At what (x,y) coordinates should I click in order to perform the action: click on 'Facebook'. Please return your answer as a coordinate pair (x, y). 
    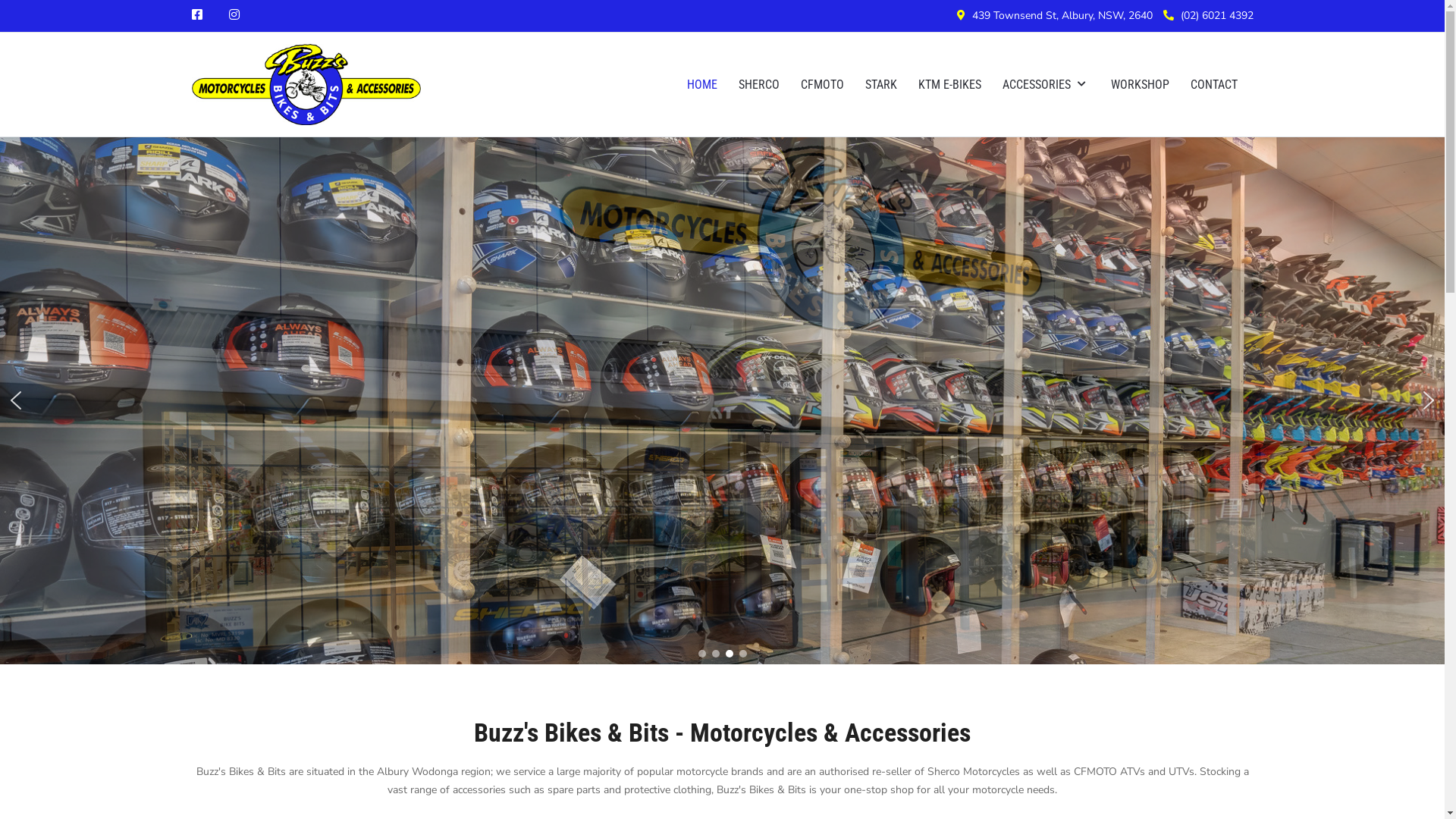
    Looking at the image, I should click on (196, 14).